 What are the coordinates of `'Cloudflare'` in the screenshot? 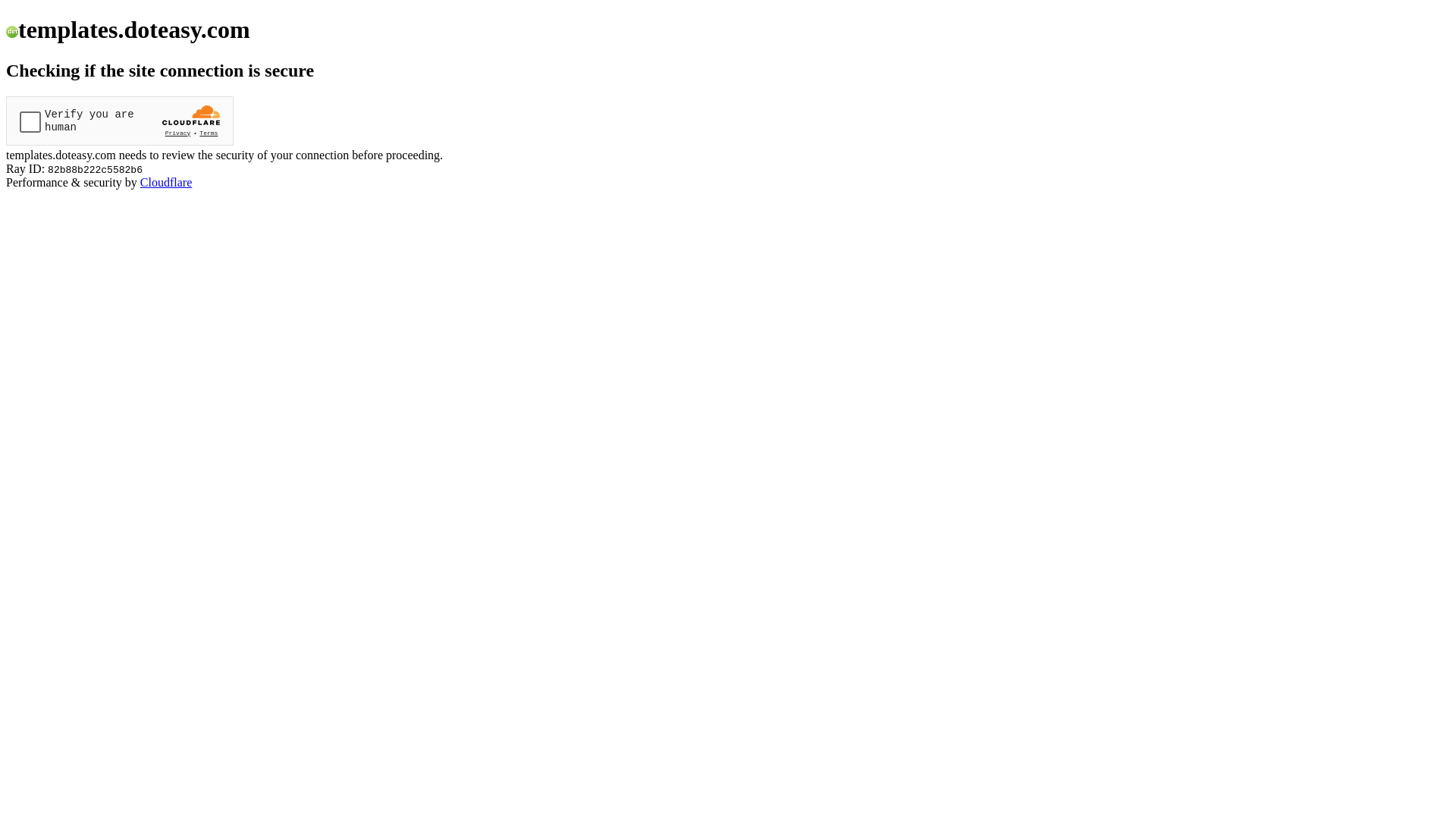 It's located at (166, 181).